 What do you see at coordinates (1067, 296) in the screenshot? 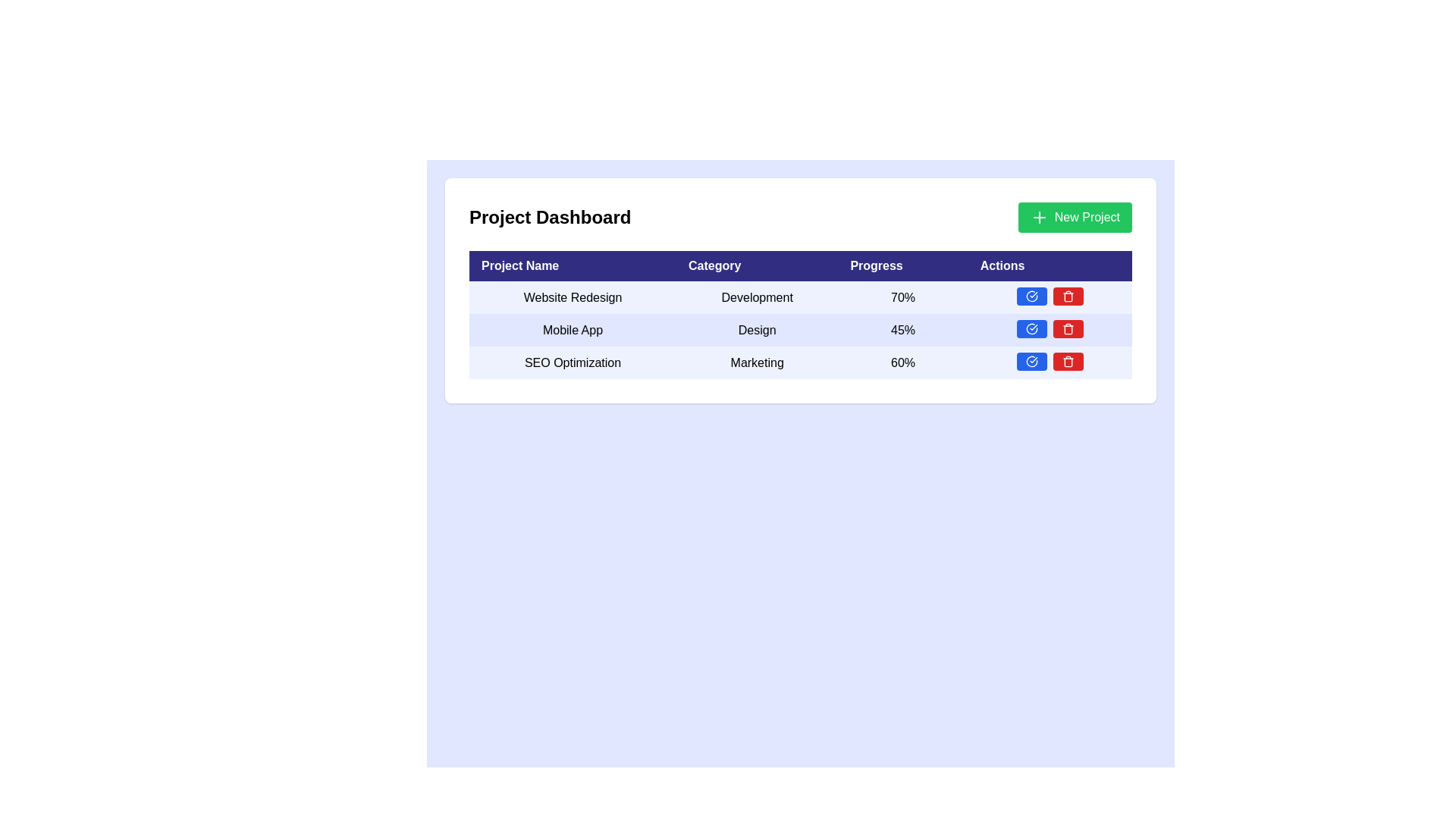
I see `the delete button with an SVG icon located in the 'Actions' column of the third row in the table` at bounding box center [1067, 296].